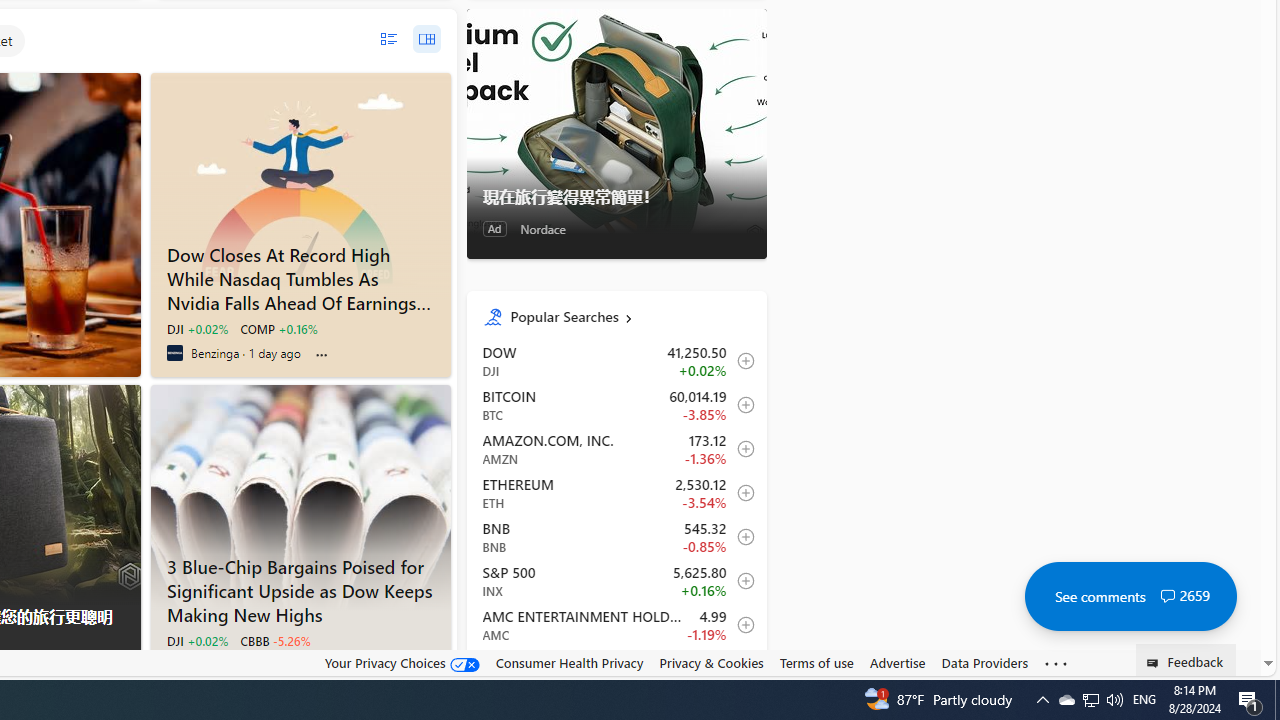 The image size is (1280, 720). Describe the element at coordinates (400, 662) in the screenshot. I see `'Your Privacy Choices'` at that location.